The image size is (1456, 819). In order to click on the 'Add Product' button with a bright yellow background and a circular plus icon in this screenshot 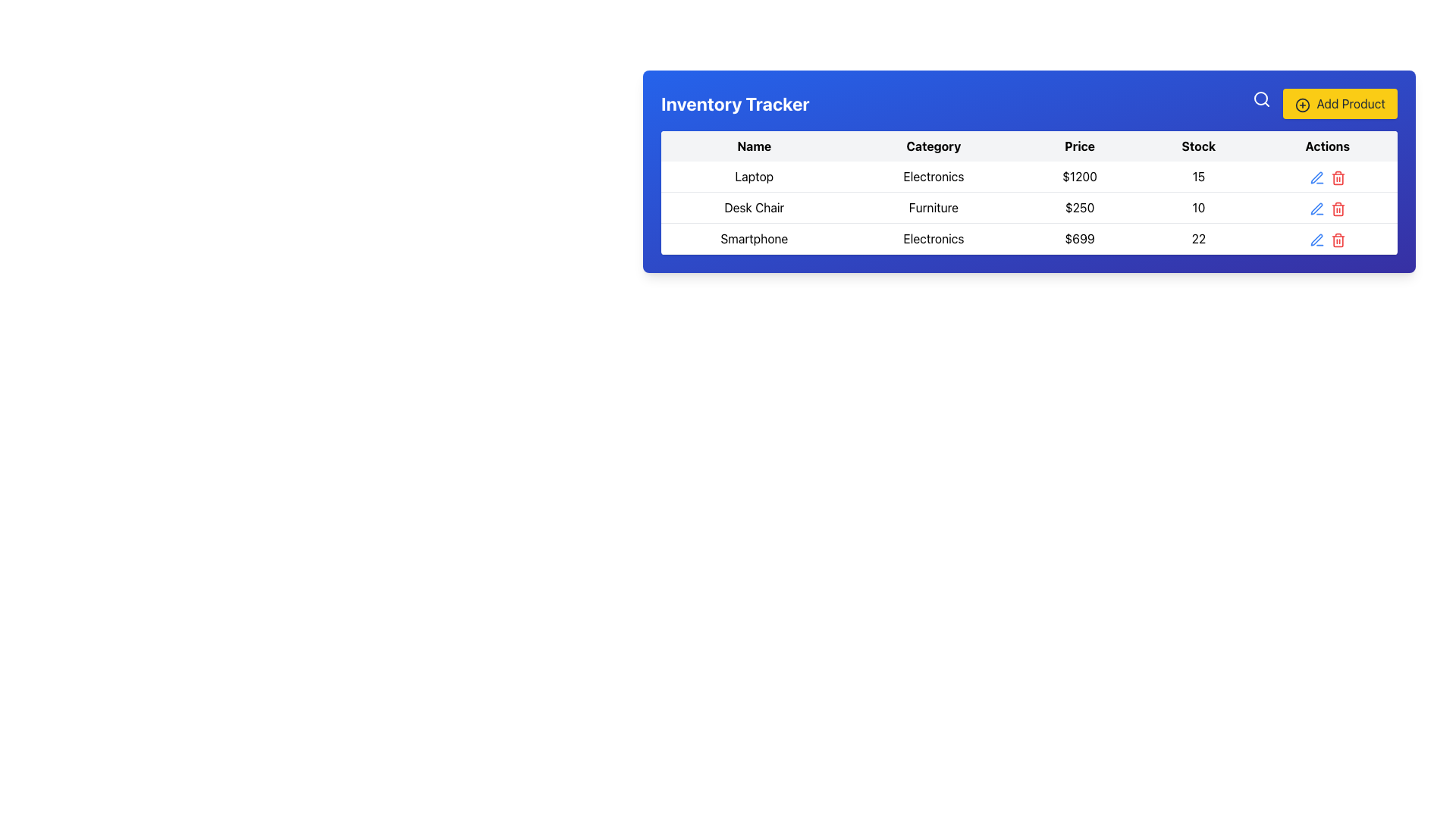, I will do `click(1340, 103)`.